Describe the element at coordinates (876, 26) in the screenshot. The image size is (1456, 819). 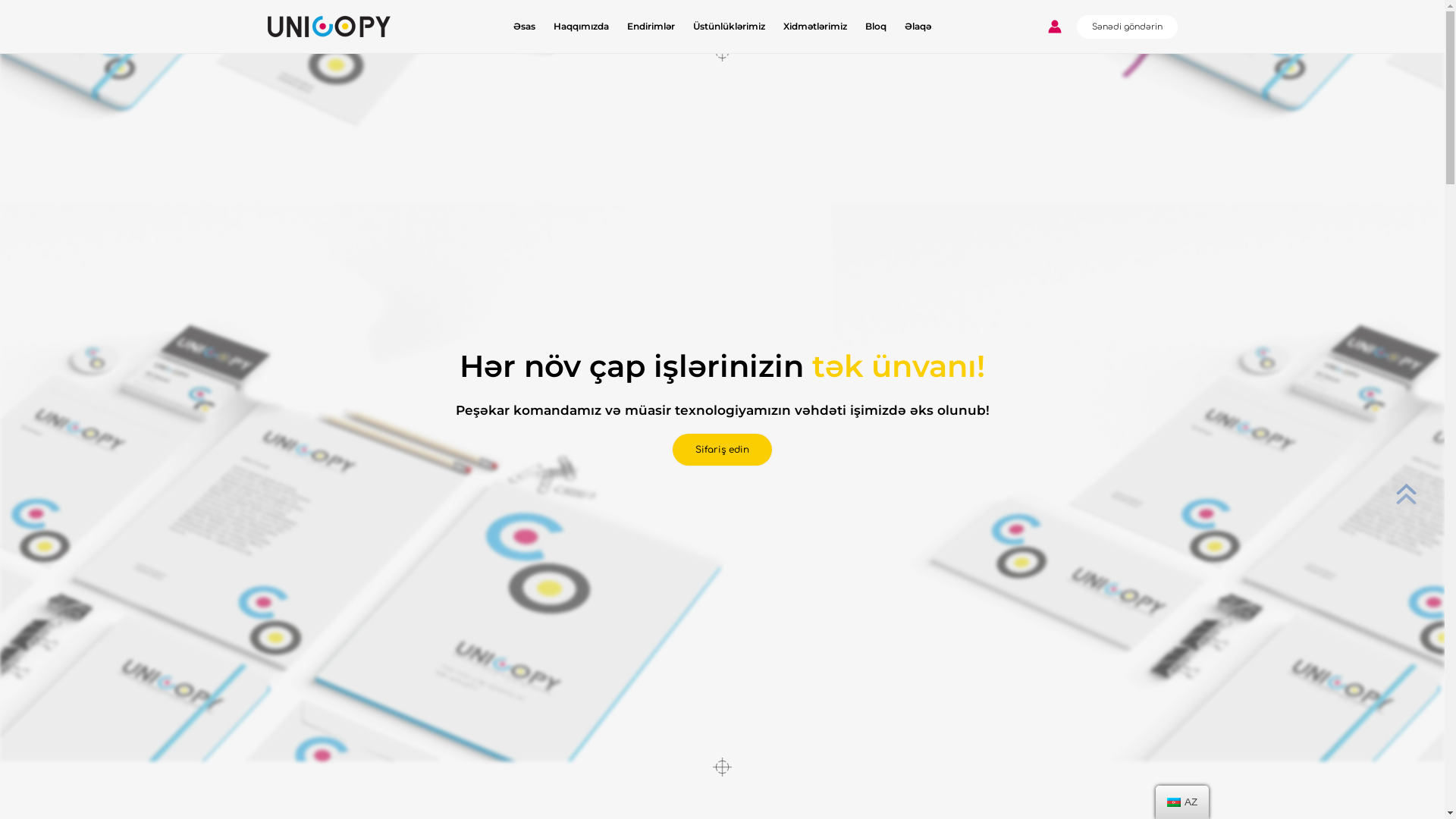
I see `'Bloq'` at that location.